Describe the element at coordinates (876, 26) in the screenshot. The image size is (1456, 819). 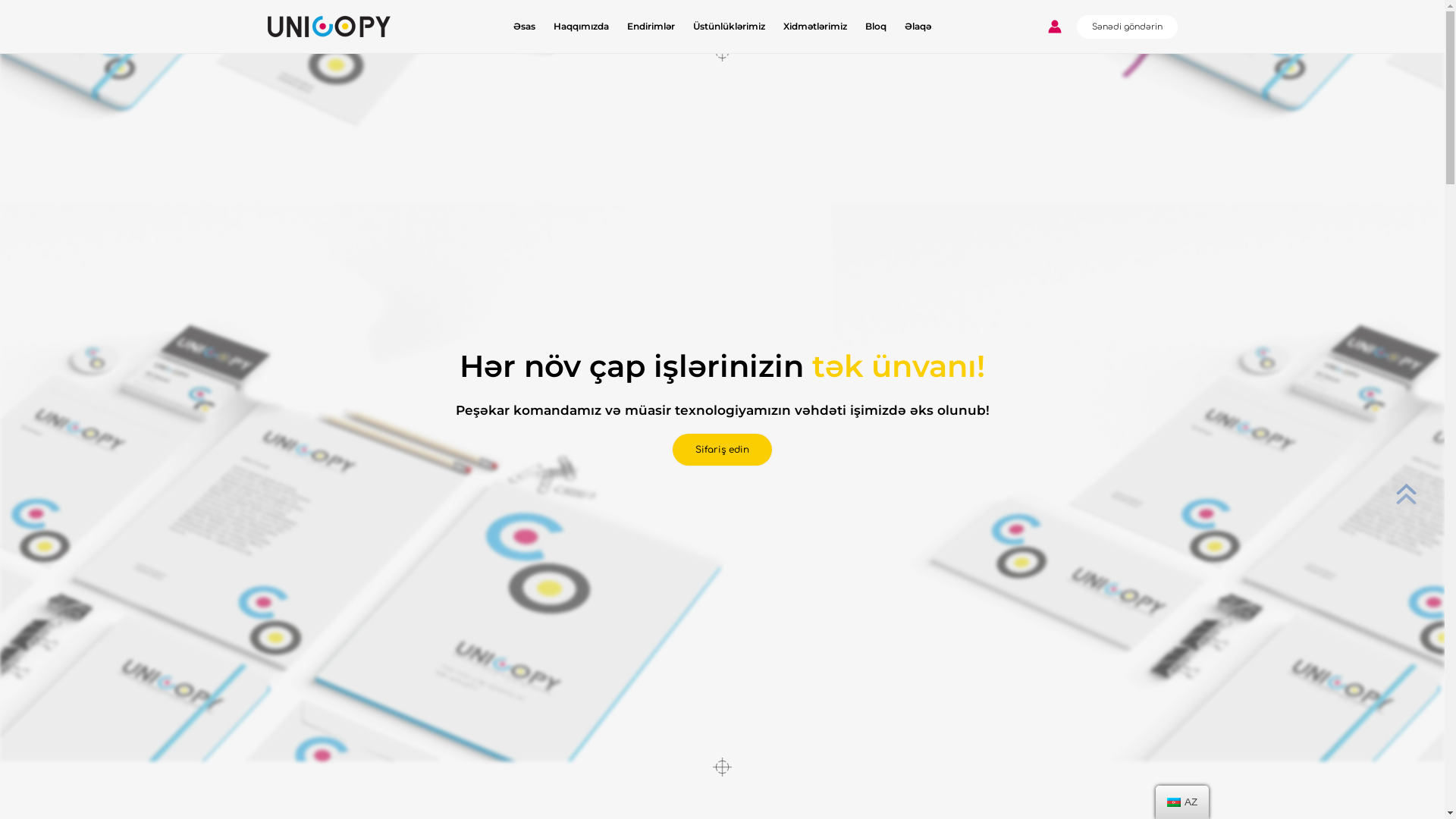
I see `'Bloq'` at that location.